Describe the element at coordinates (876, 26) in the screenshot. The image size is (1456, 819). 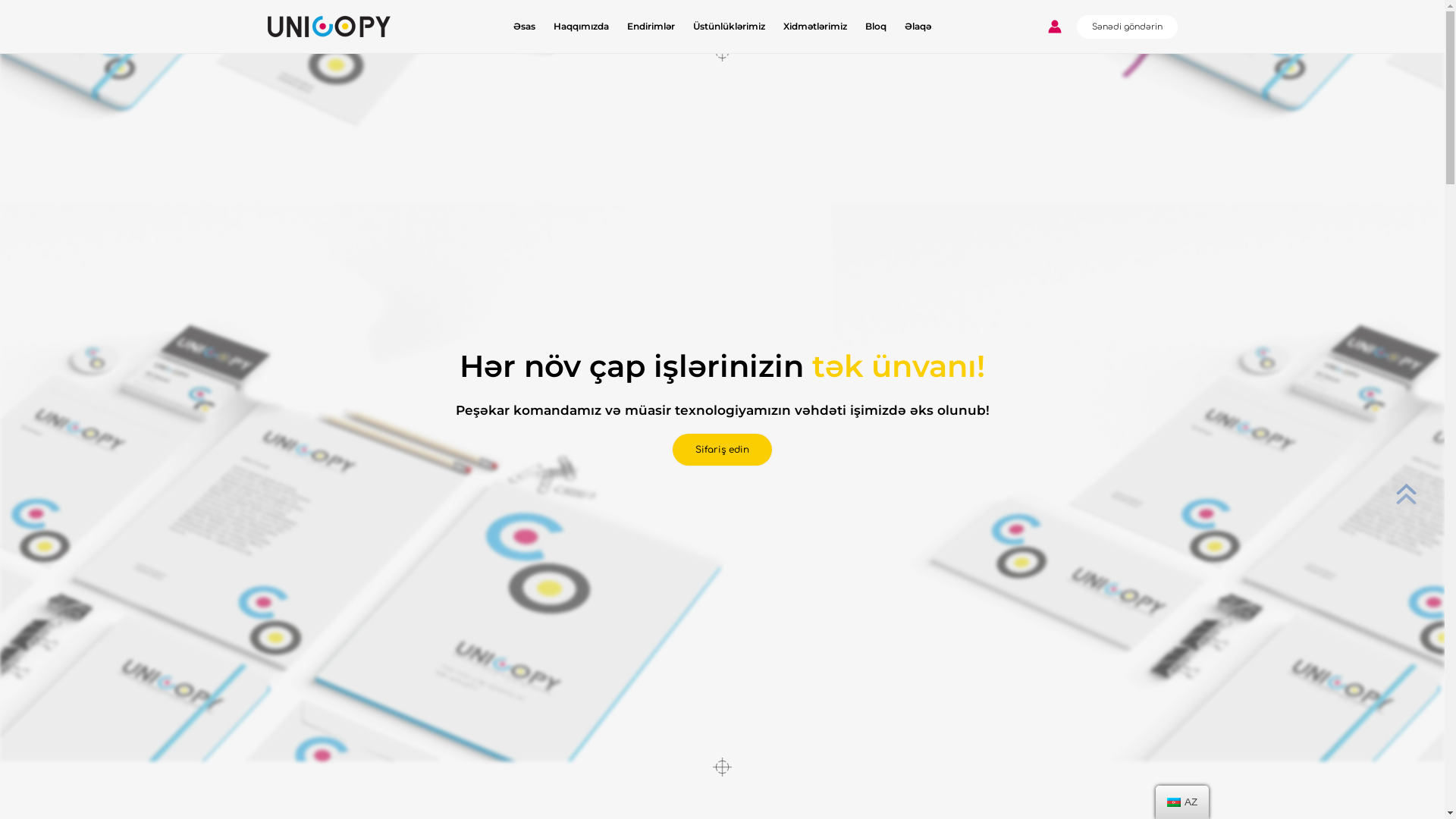
I see `'Bloq'` at that location.